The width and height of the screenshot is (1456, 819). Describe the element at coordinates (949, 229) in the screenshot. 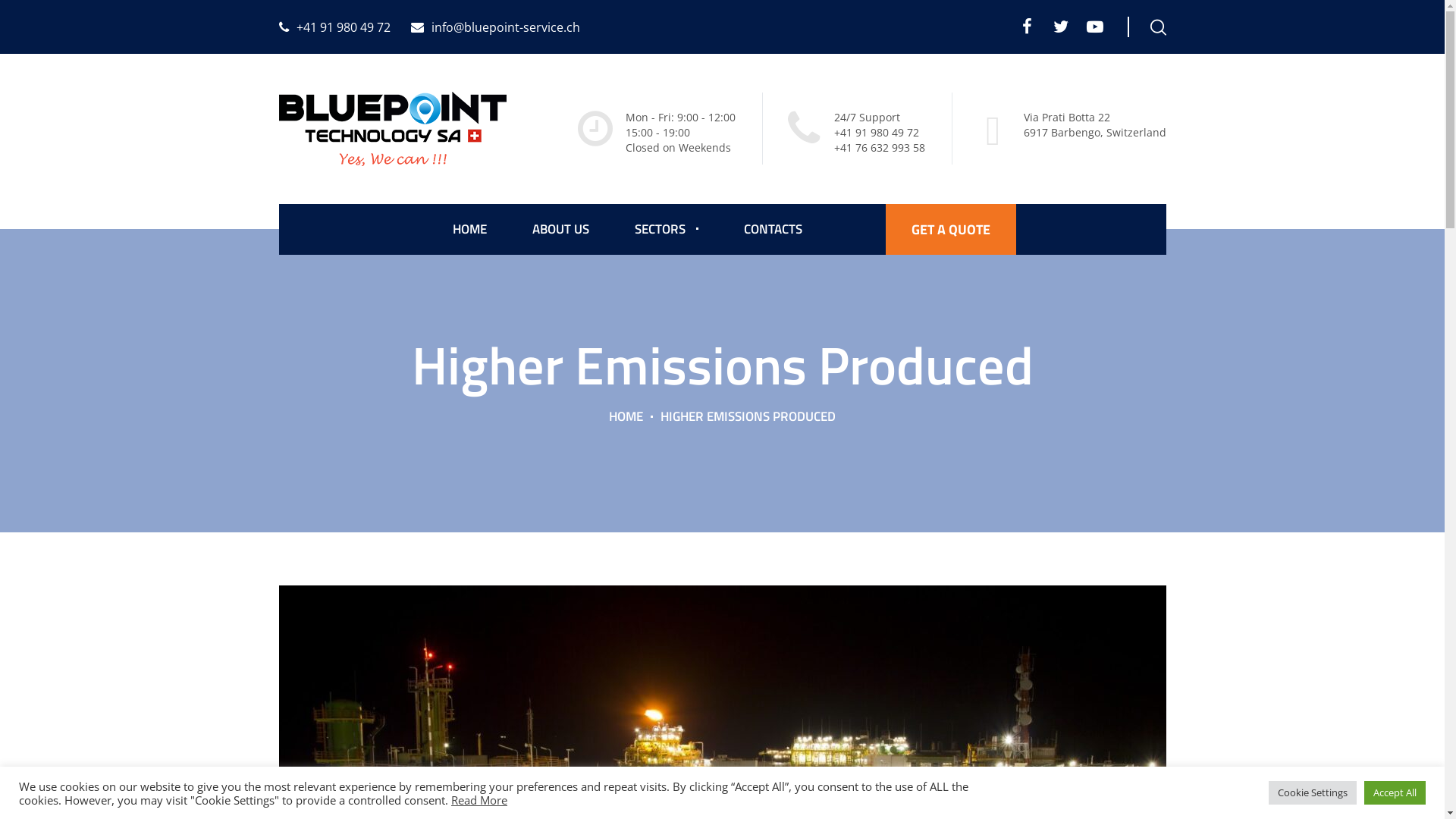

I see `'GET A QUOTE'` at that location.